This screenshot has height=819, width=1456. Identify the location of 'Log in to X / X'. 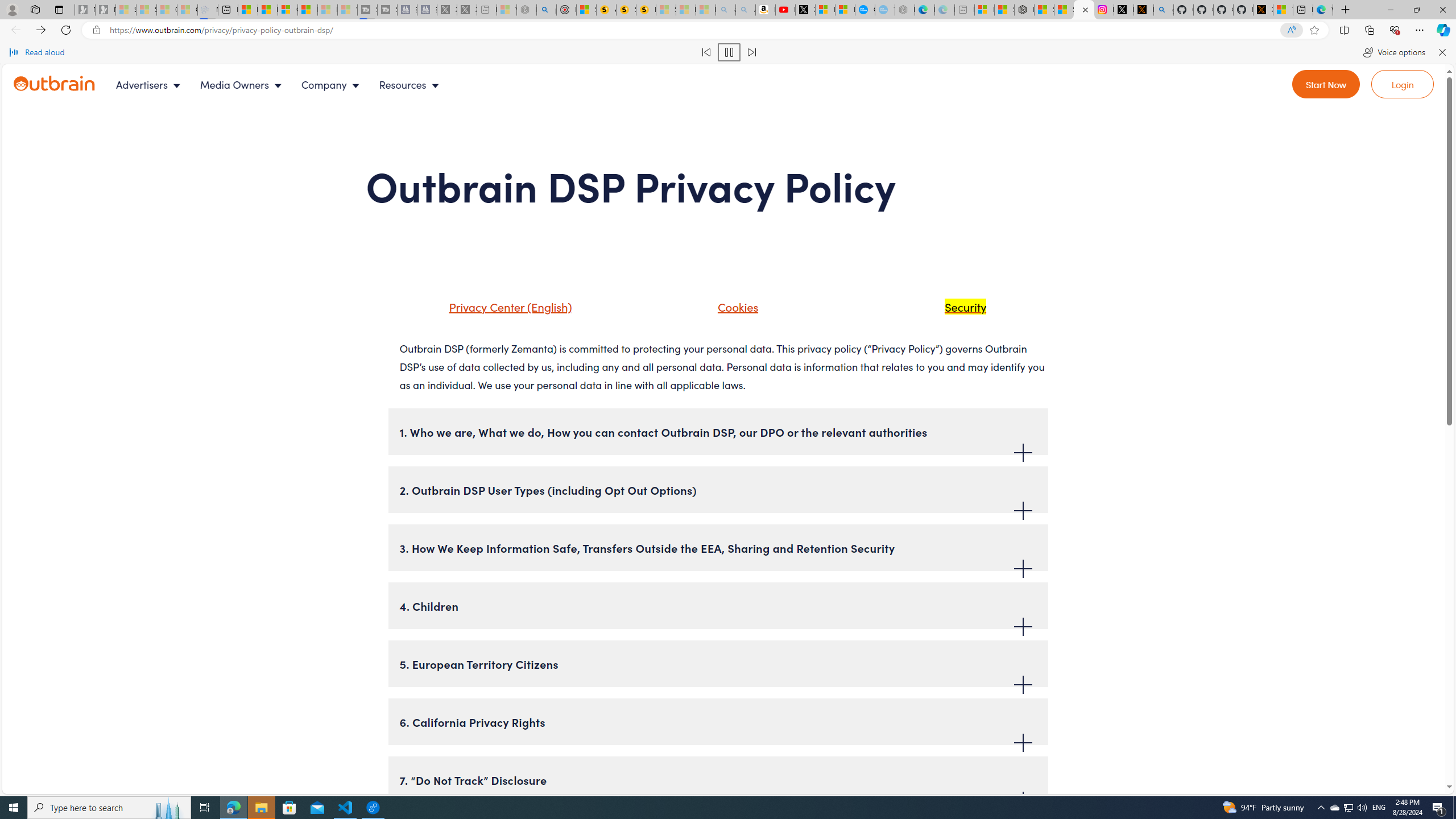
(1124, 9).